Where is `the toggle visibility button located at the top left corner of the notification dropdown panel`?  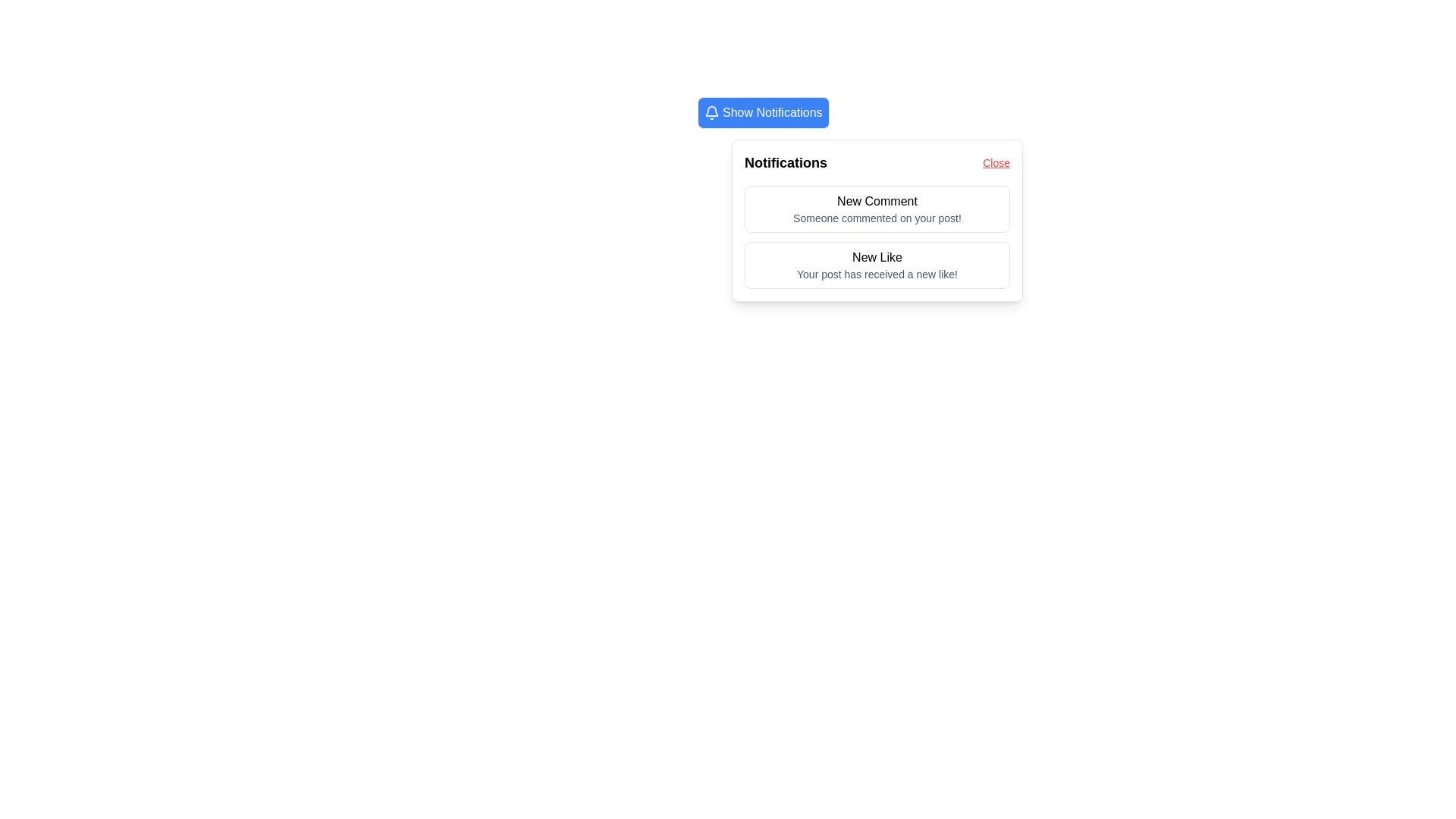
the toggle visibility button located at the top left corner of the notification dropdown panel is located at coordinates (860, 112).